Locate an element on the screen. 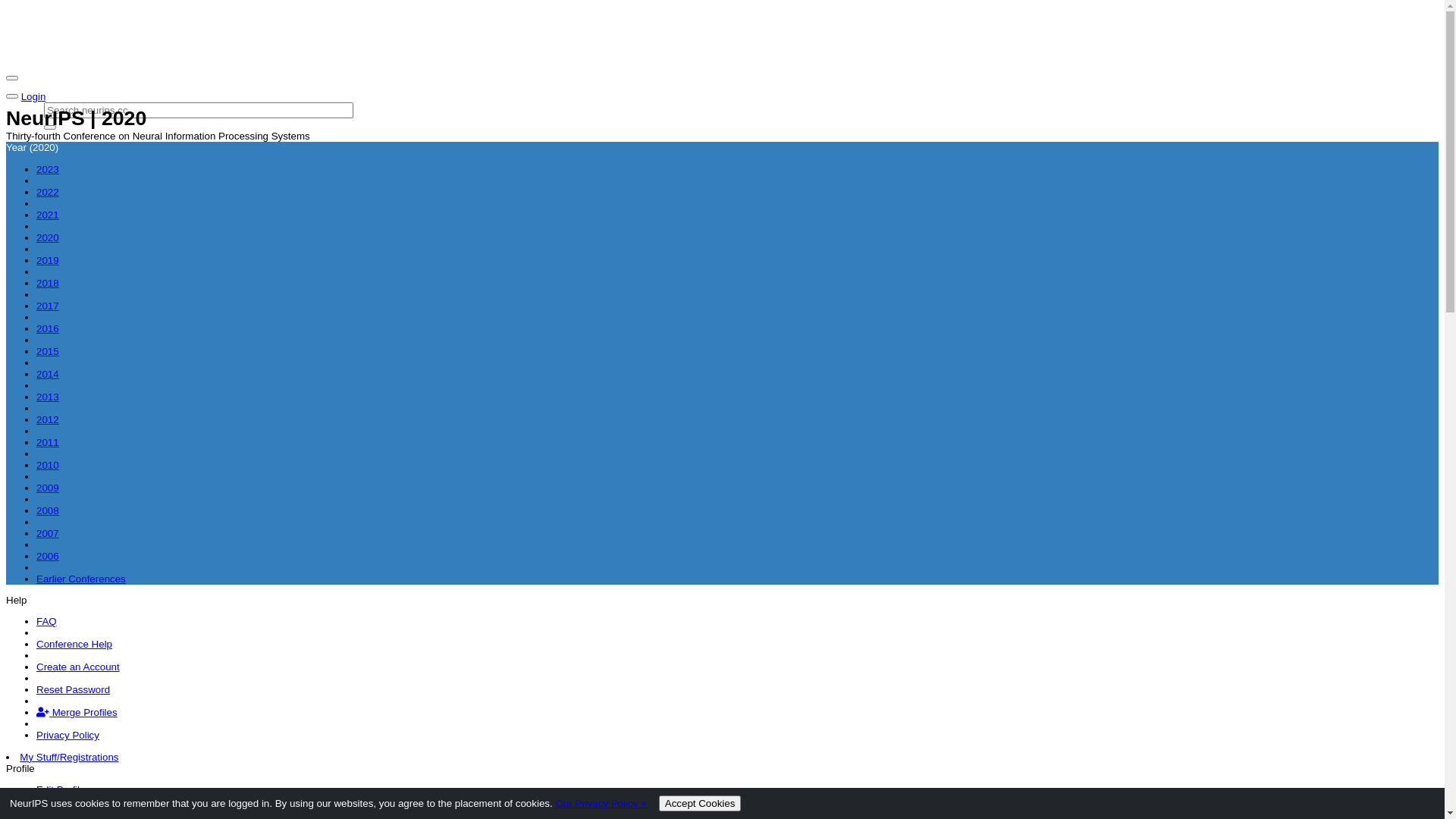  'Privacy Policy' is located at coordinates (67, 734).